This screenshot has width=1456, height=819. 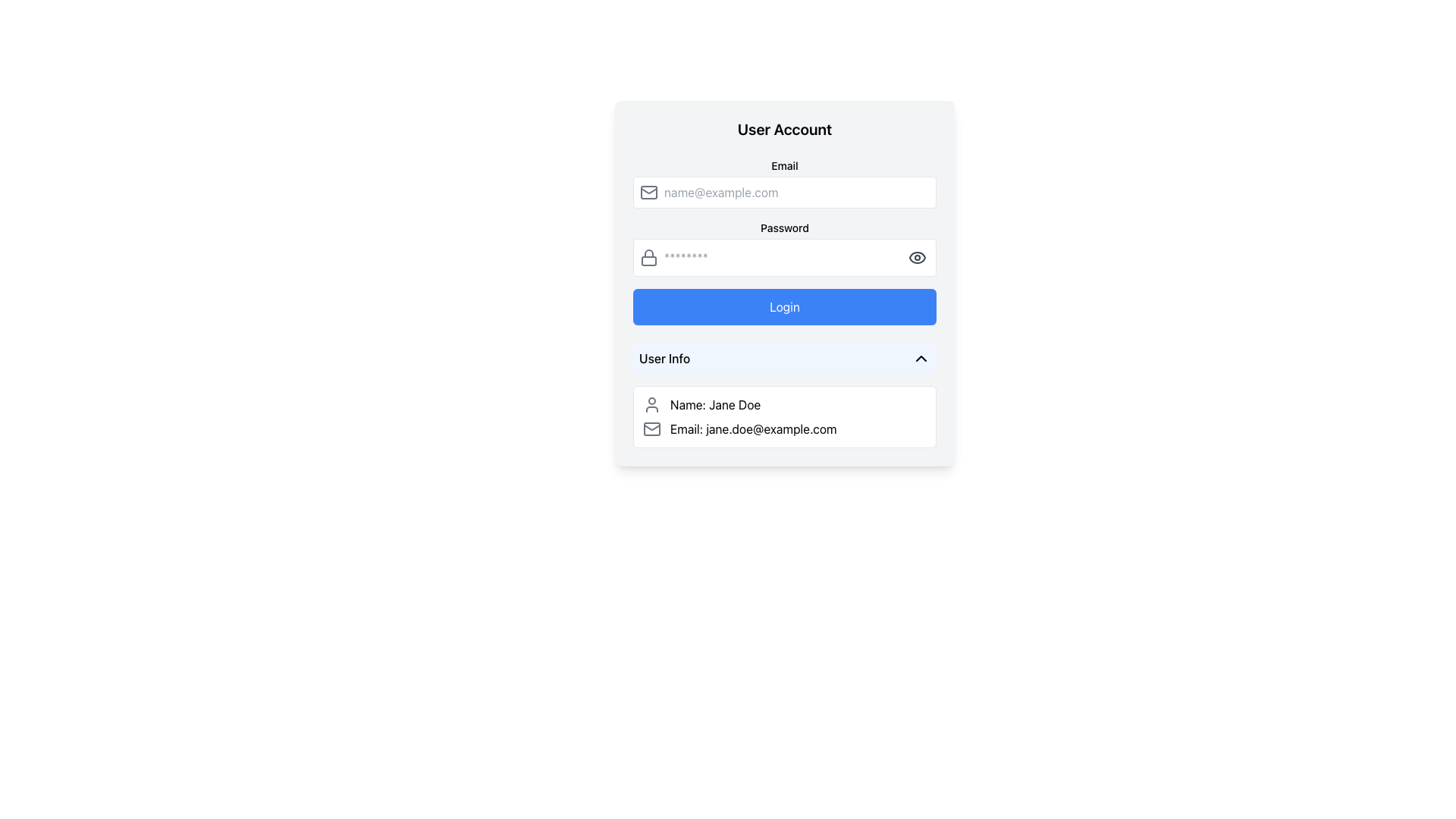 What do you see at coordinates (785, 284) in the screenshot?
I see `the 'Login' button, which has a blue background and white text, to change its style` at bounding box center [785, 284].